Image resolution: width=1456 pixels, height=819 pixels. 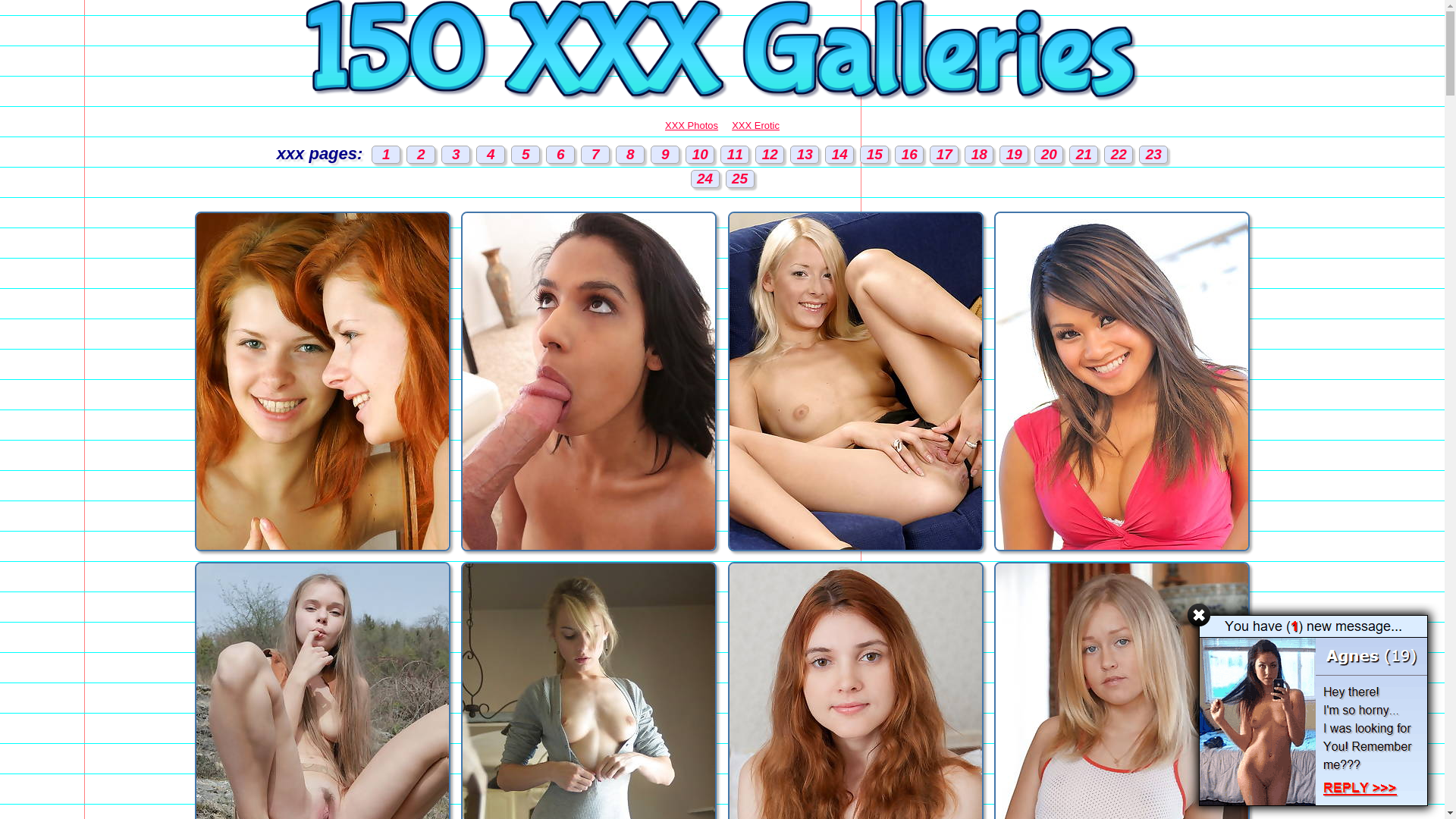 I want to click on '9', so click(x=665, y=155).